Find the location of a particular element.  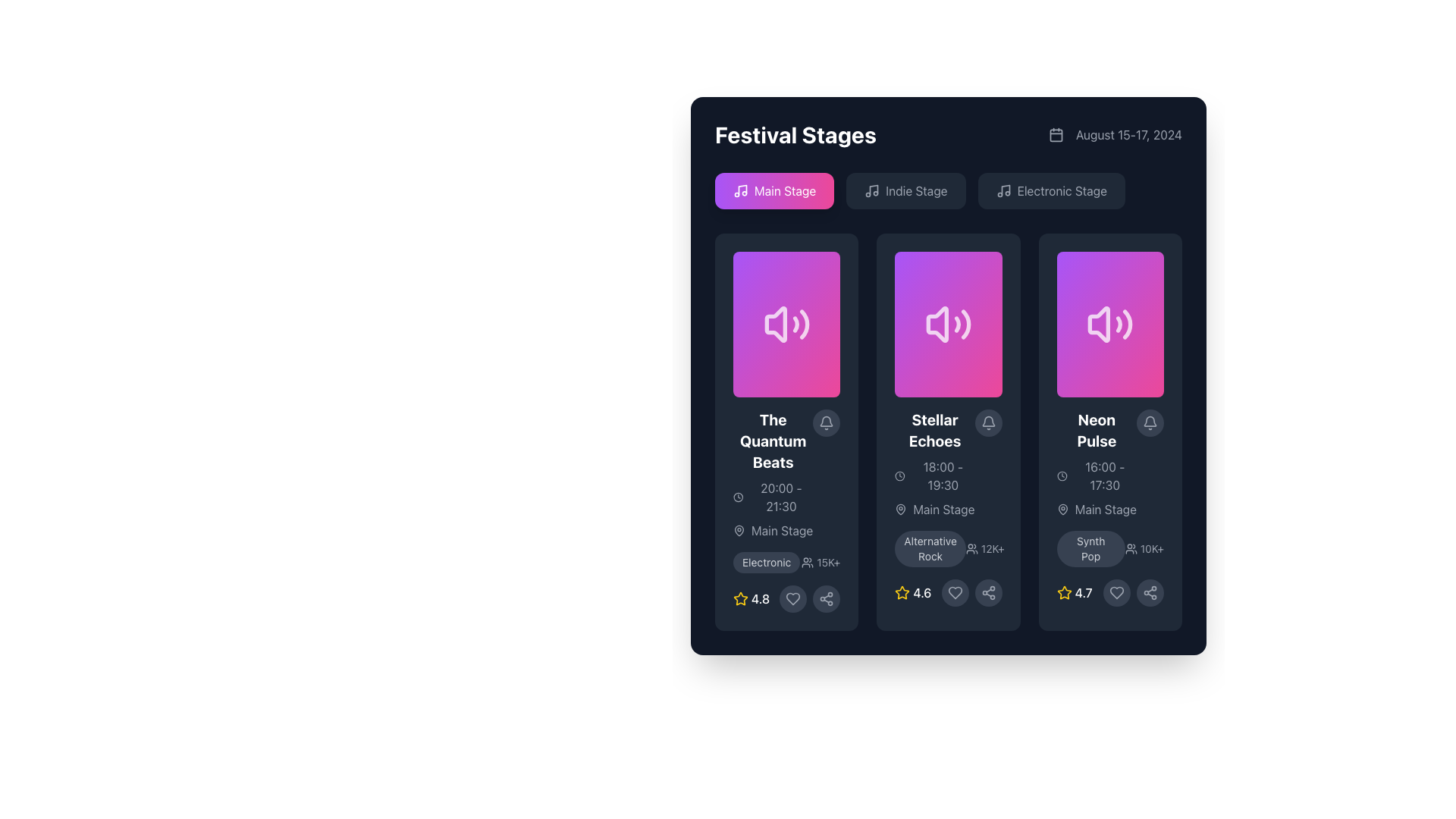

the star-shaped icon with a yellow outline located at the bottom-right corner of the third event card, adjacent to numeric ratings is located at coordinates (741, 598).